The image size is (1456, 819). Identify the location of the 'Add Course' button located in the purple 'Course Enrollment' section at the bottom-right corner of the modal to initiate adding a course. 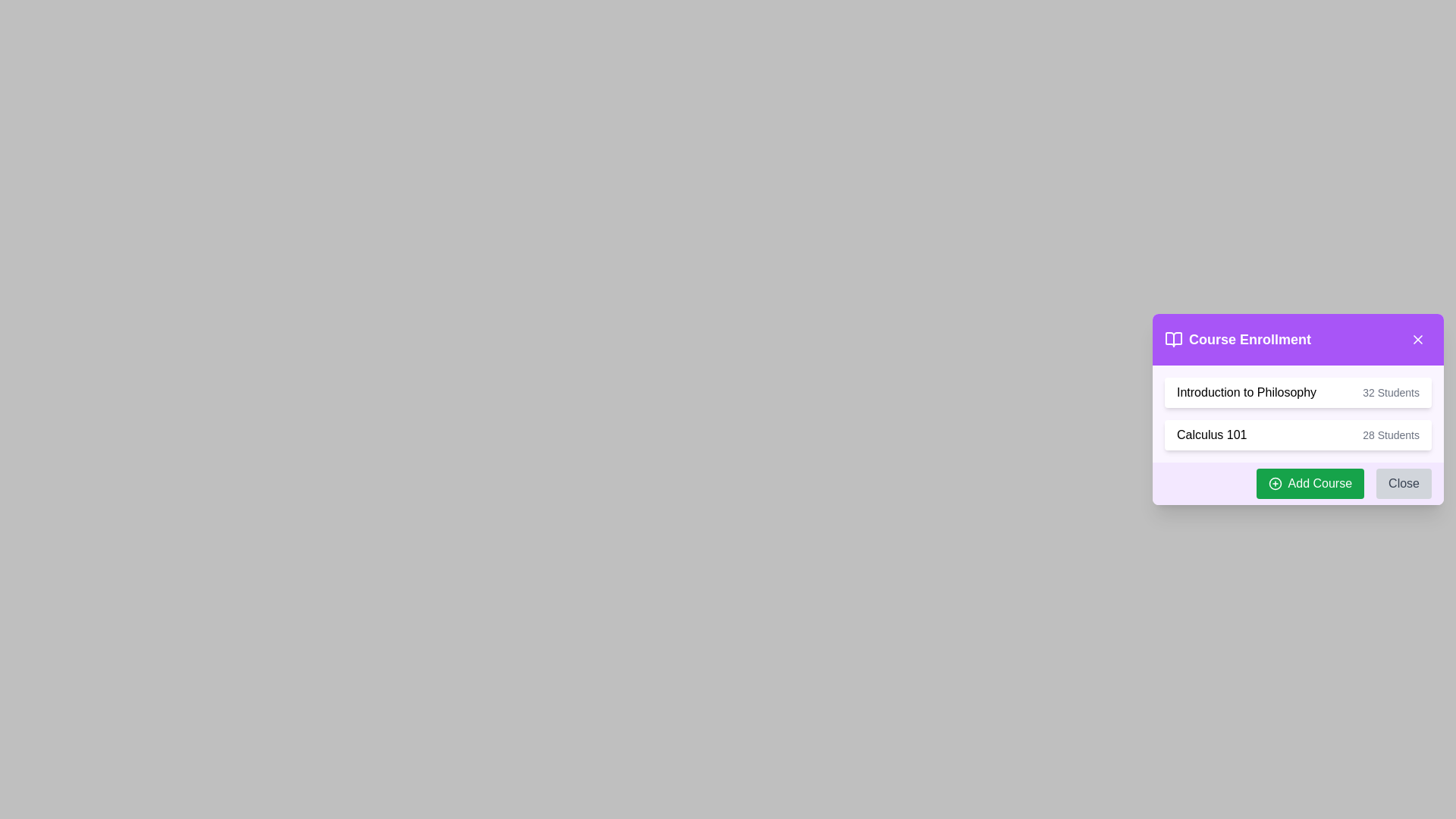
(1309, 483).